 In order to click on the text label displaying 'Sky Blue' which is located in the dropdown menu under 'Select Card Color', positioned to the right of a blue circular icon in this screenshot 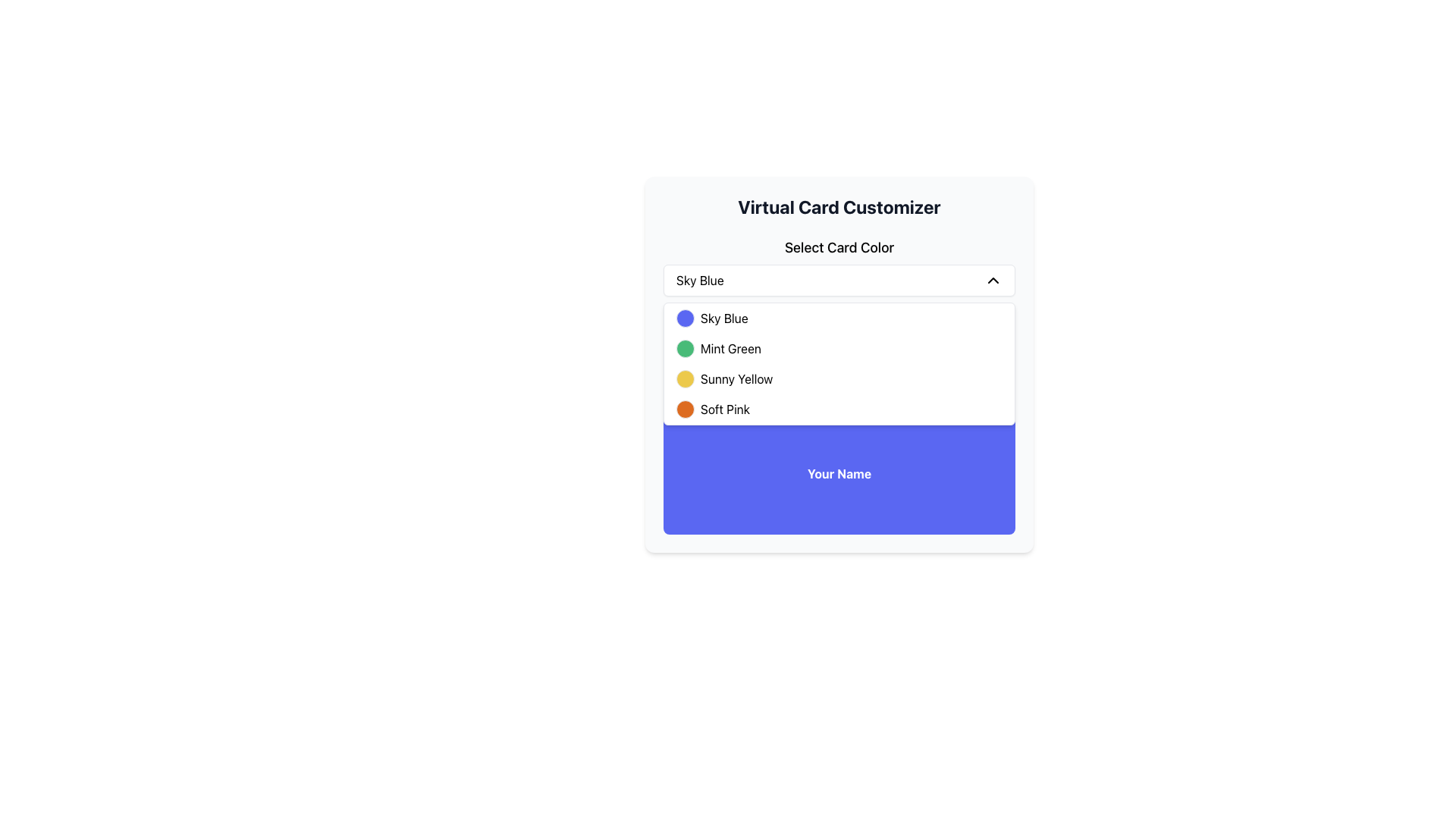, I will do `click(723, 318)`.